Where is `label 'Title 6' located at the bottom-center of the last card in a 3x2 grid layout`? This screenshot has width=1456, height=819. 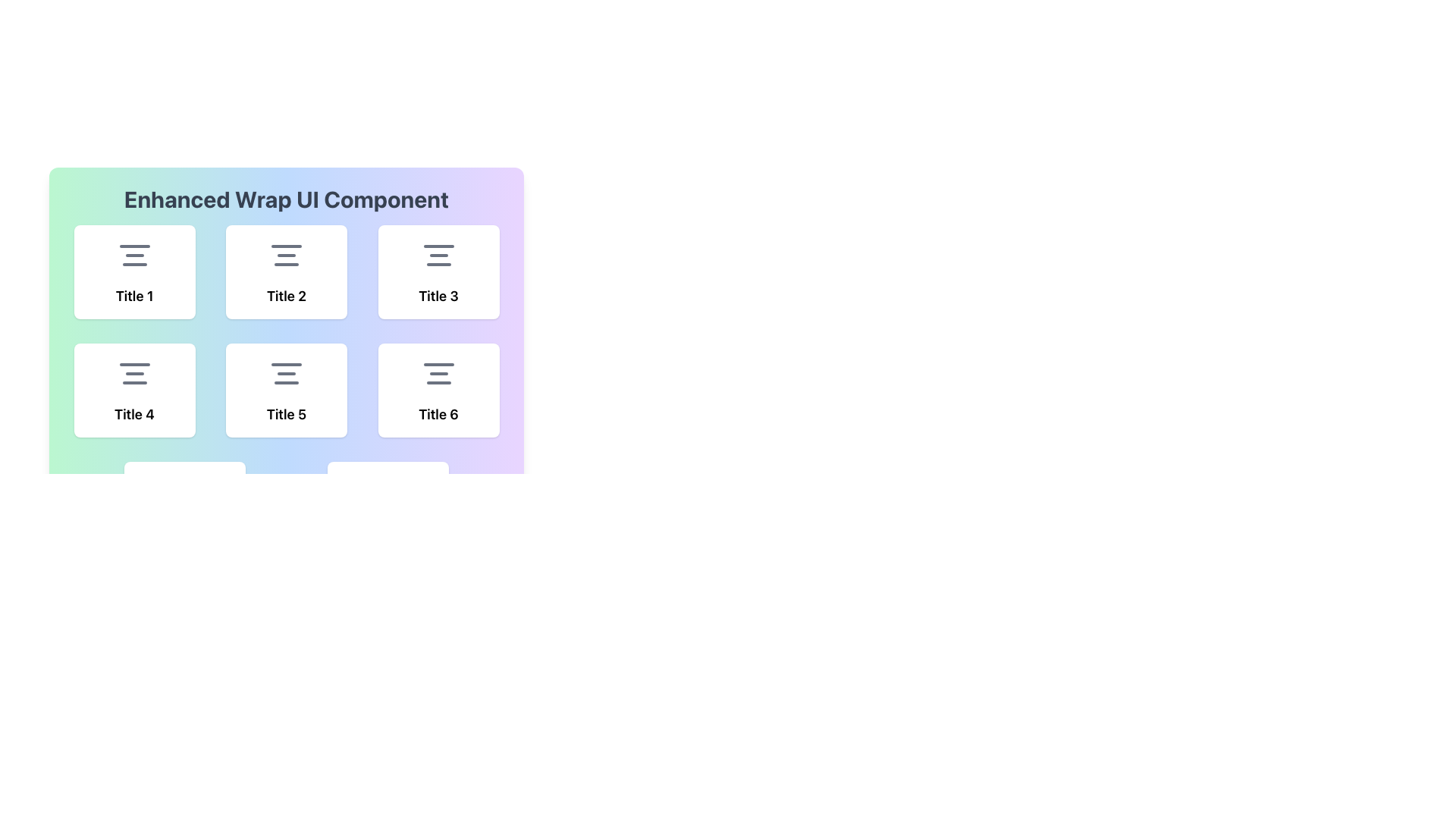
label 'Title 6' located at the bottom-center of the last card in a 3x2 grid layout is located at coordinates (438, 415).